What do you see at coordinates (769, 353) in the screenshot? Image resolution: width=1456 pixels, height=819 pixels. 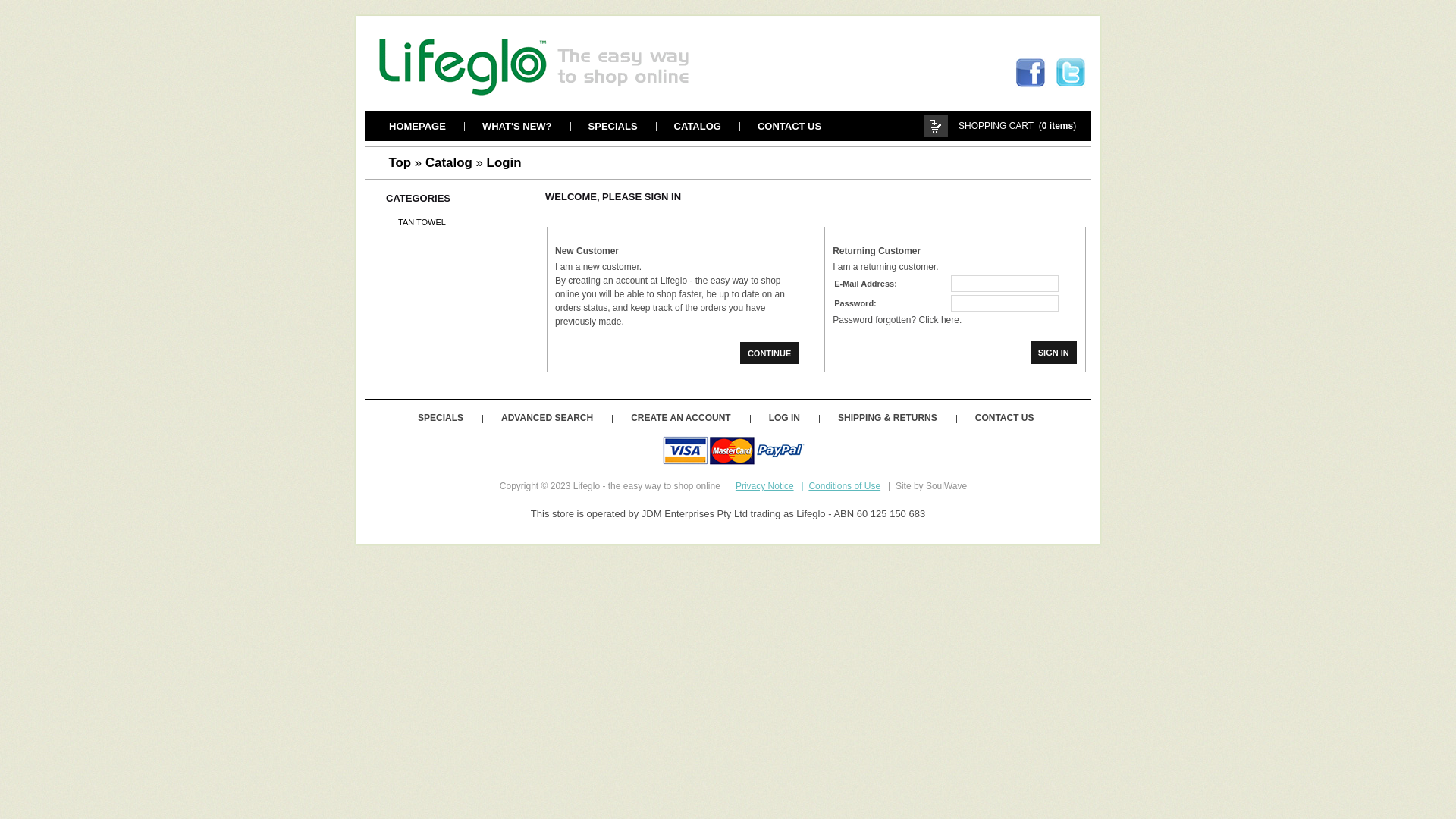 I see `'CONTINUE'` at bounding box center [769, 353].